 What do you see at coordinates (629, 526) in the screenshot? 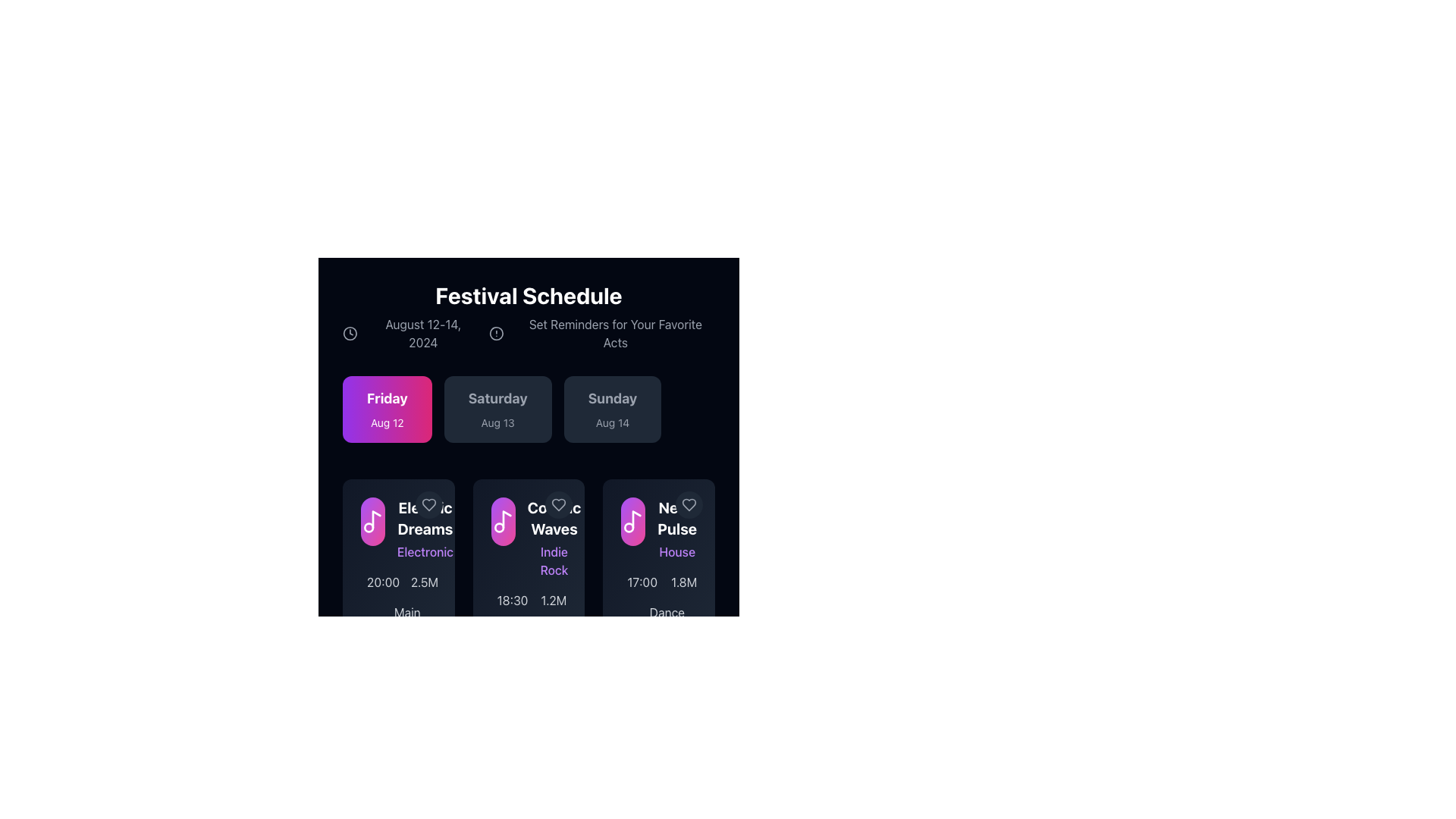
I see `the small pink circle icon that is part of the musical note in the 'Ne Pulse' event card, which is the third card from the left in the schedule list under the date tab 'Friday, Aug 12'` at bounding box center [629, 526].